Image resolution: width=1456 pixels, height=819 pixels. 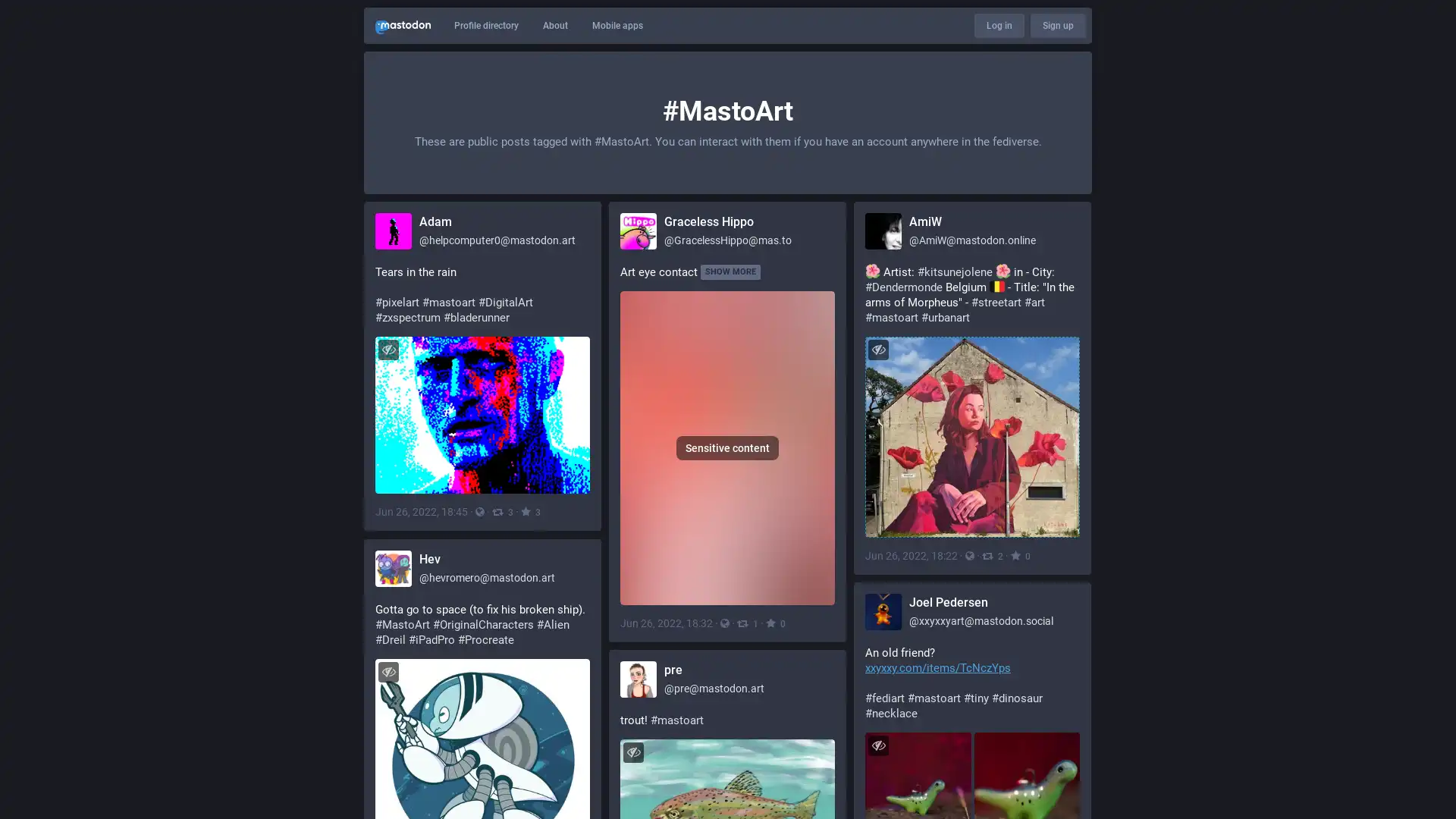 I want to click on Hide images, so click(x=878, y=749).